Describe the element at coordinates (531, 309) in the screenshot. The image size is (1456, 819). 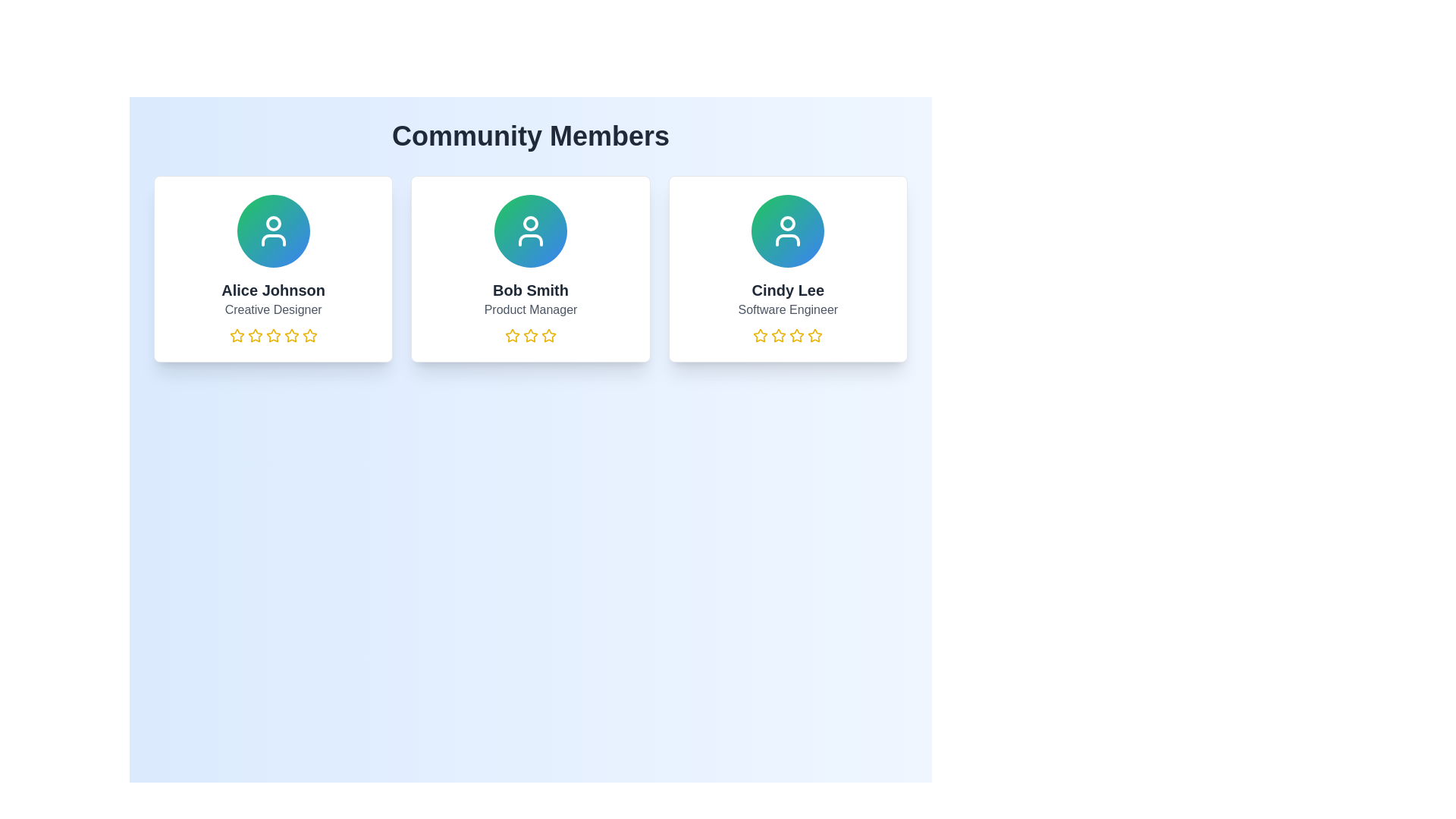
I see `the Text Label that indicates the role 'Product Manager' located below 'Bob Smith' in the middle profile card under 'Community Members'` at that location.